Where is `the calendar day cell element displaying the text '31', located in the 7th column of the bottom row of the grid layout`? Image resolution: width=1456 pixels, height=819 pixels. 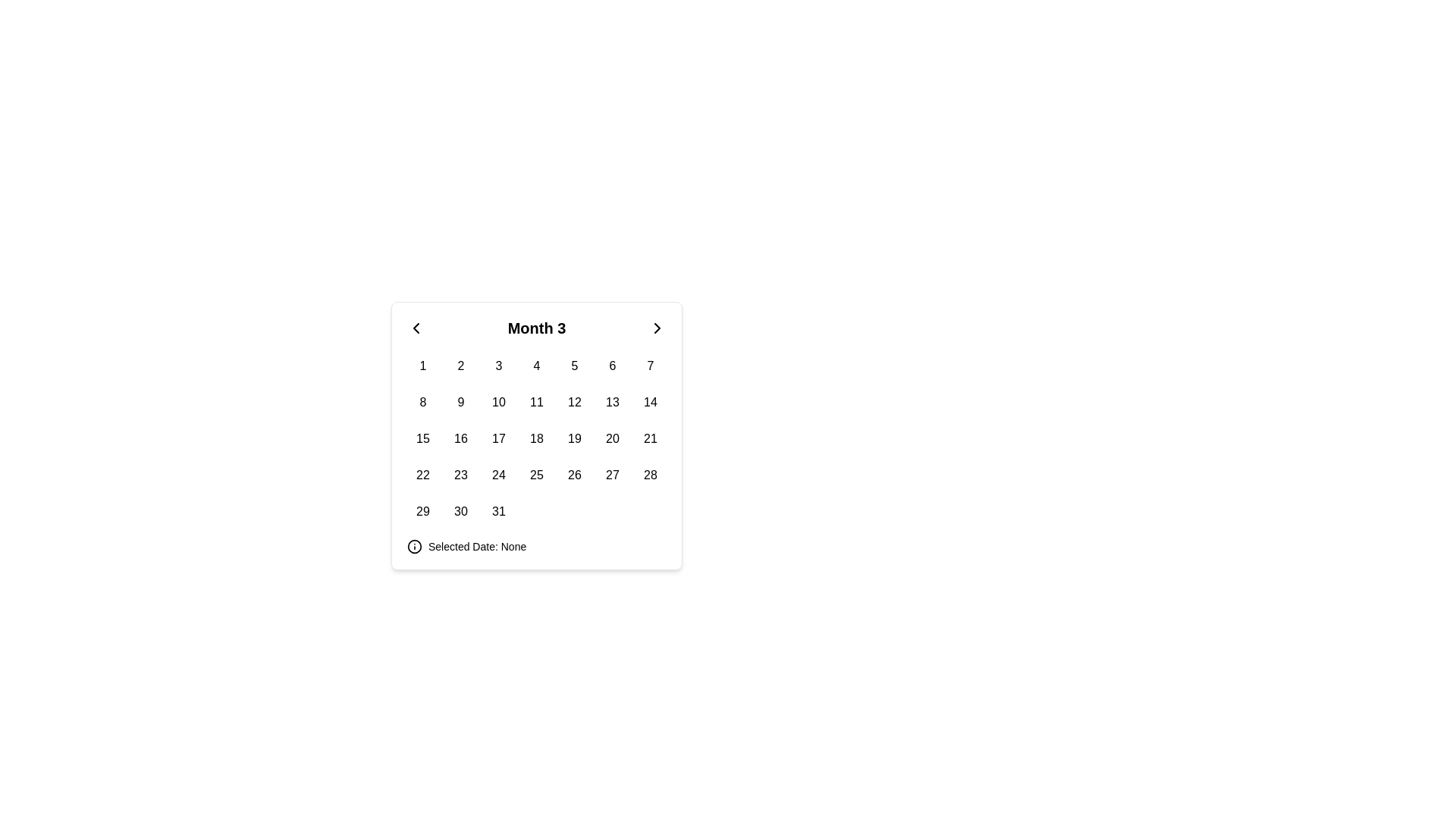 the calendar day cell element displaying the text '31', located in the 7th column of the bottom row of the grid layout is located at coordinates (498, 512).